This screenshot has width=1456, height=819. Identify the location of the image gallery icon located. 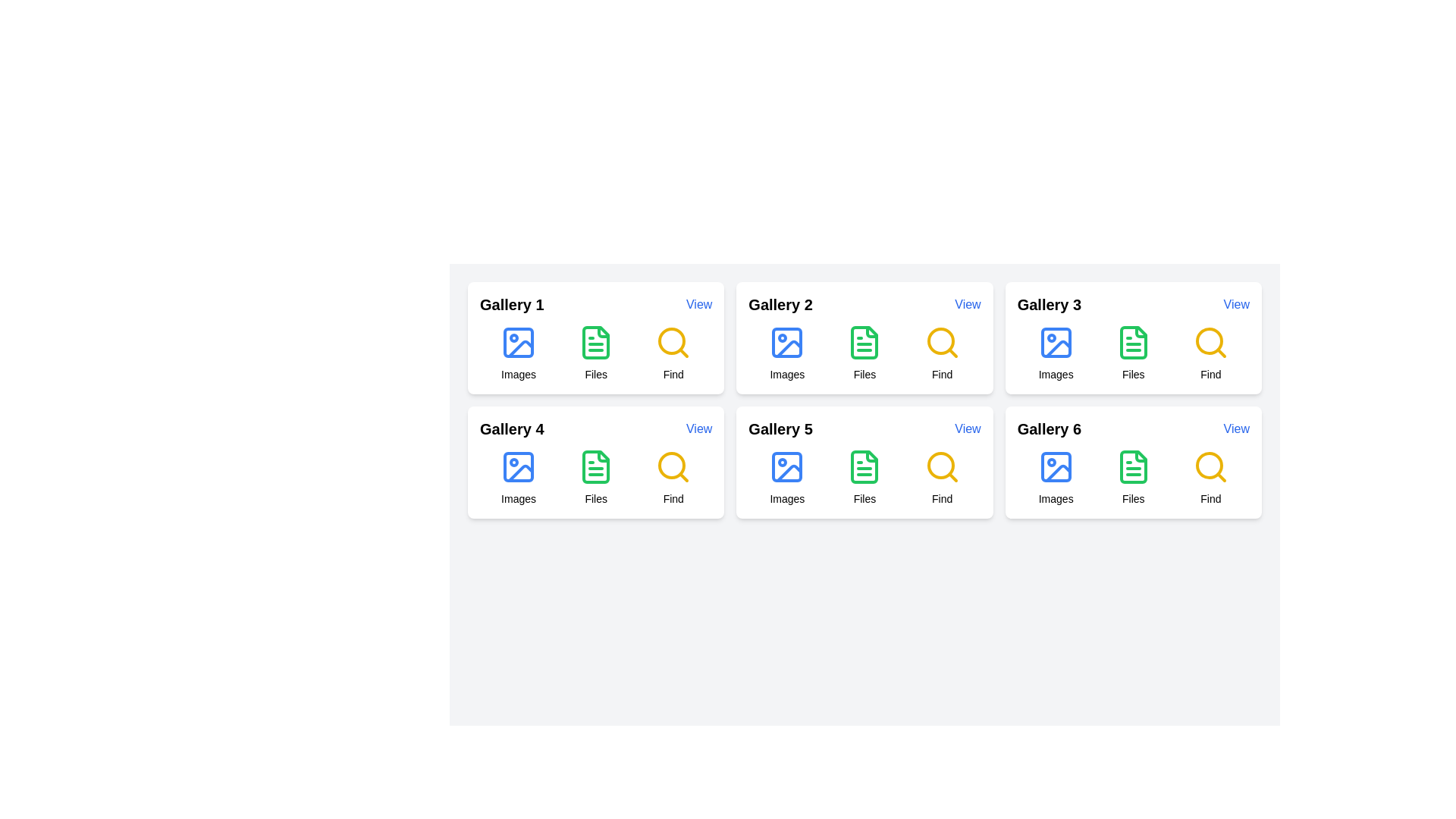
(519, 342).